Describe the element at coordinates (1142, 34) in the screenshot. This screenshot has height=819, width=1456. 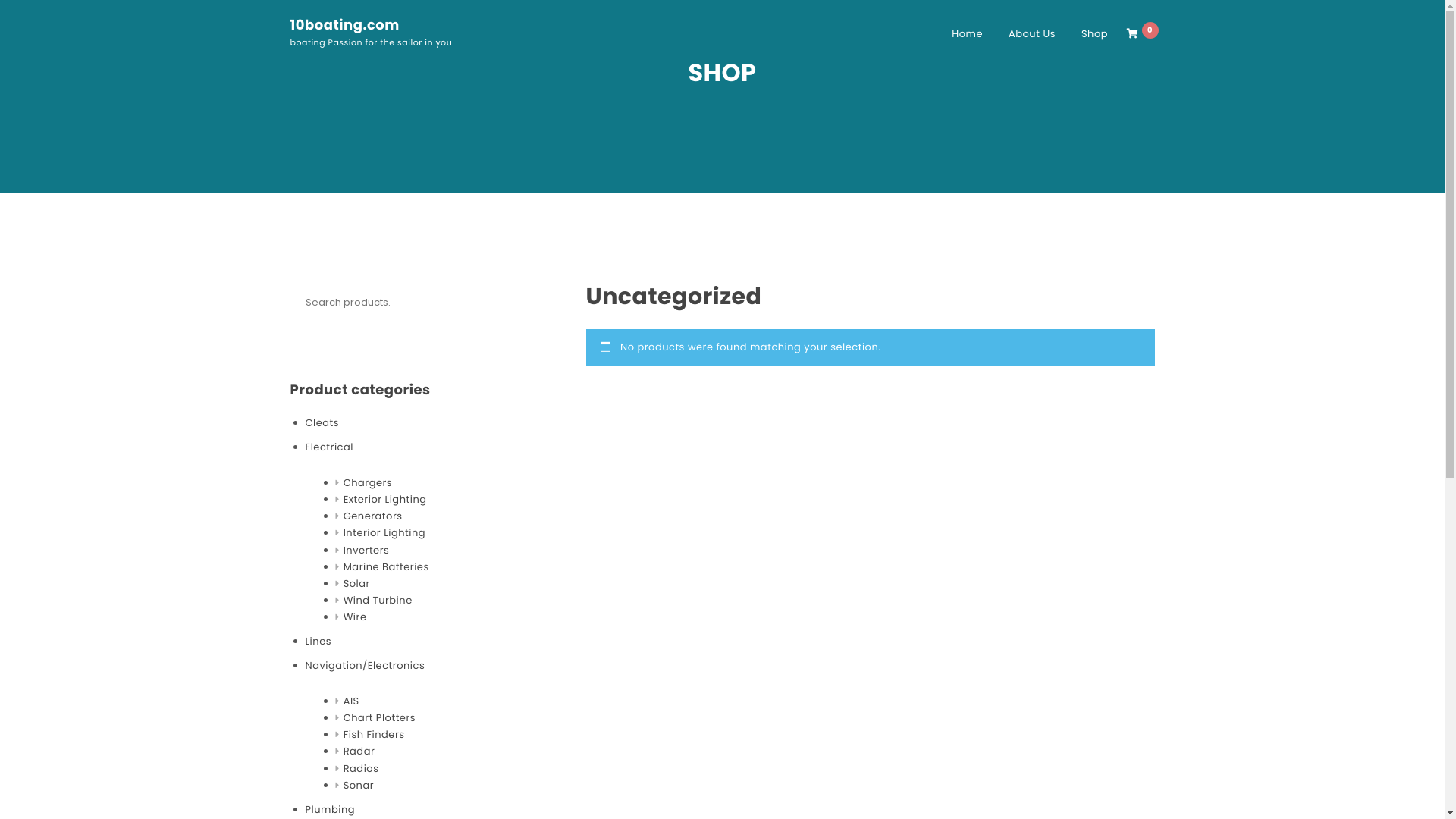
I see `'0'` at that location.